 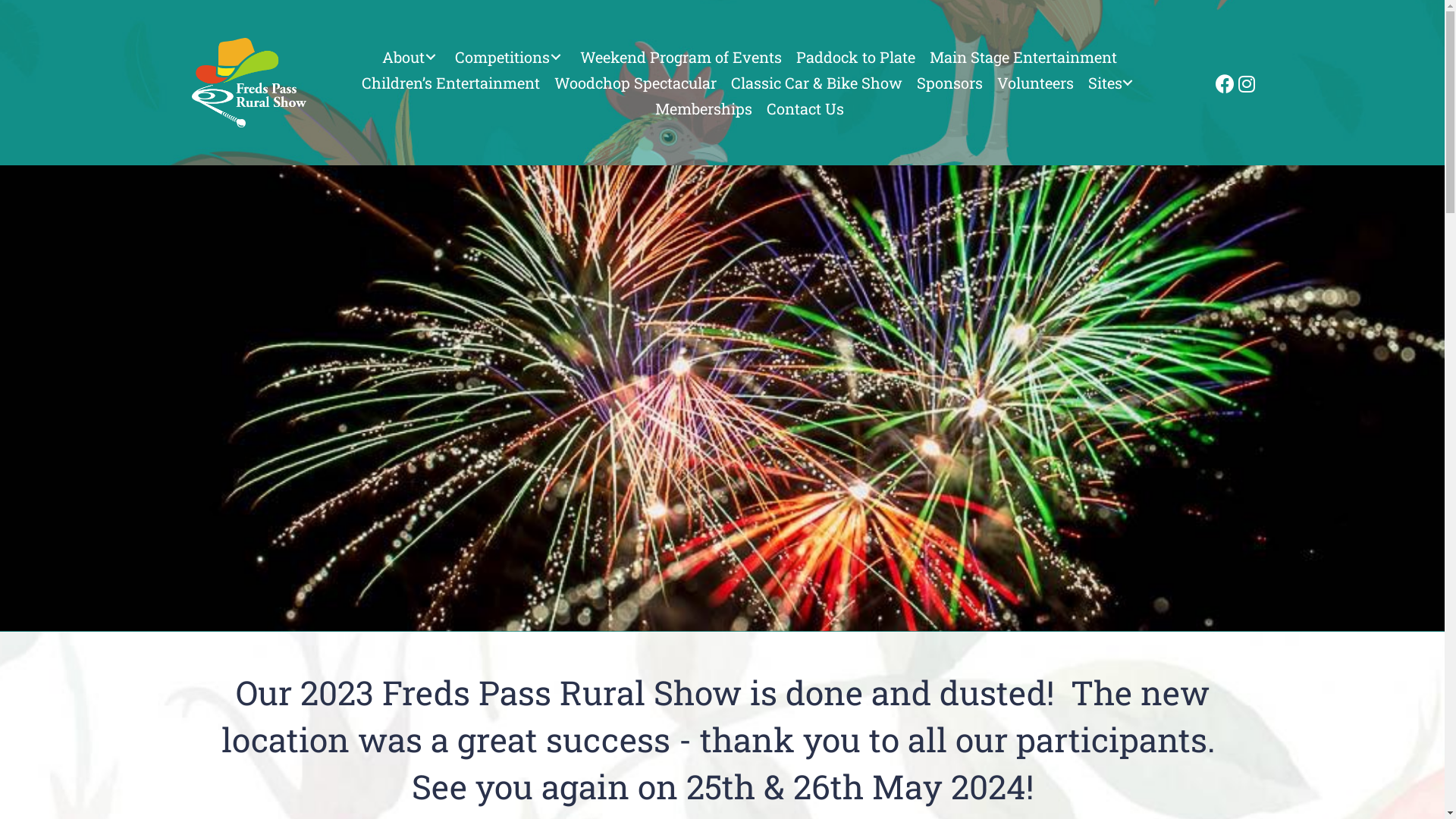 What do you see at coordinates (411, 55) in the screenshot?
I see `'About'` at bounding box center [411, 55].